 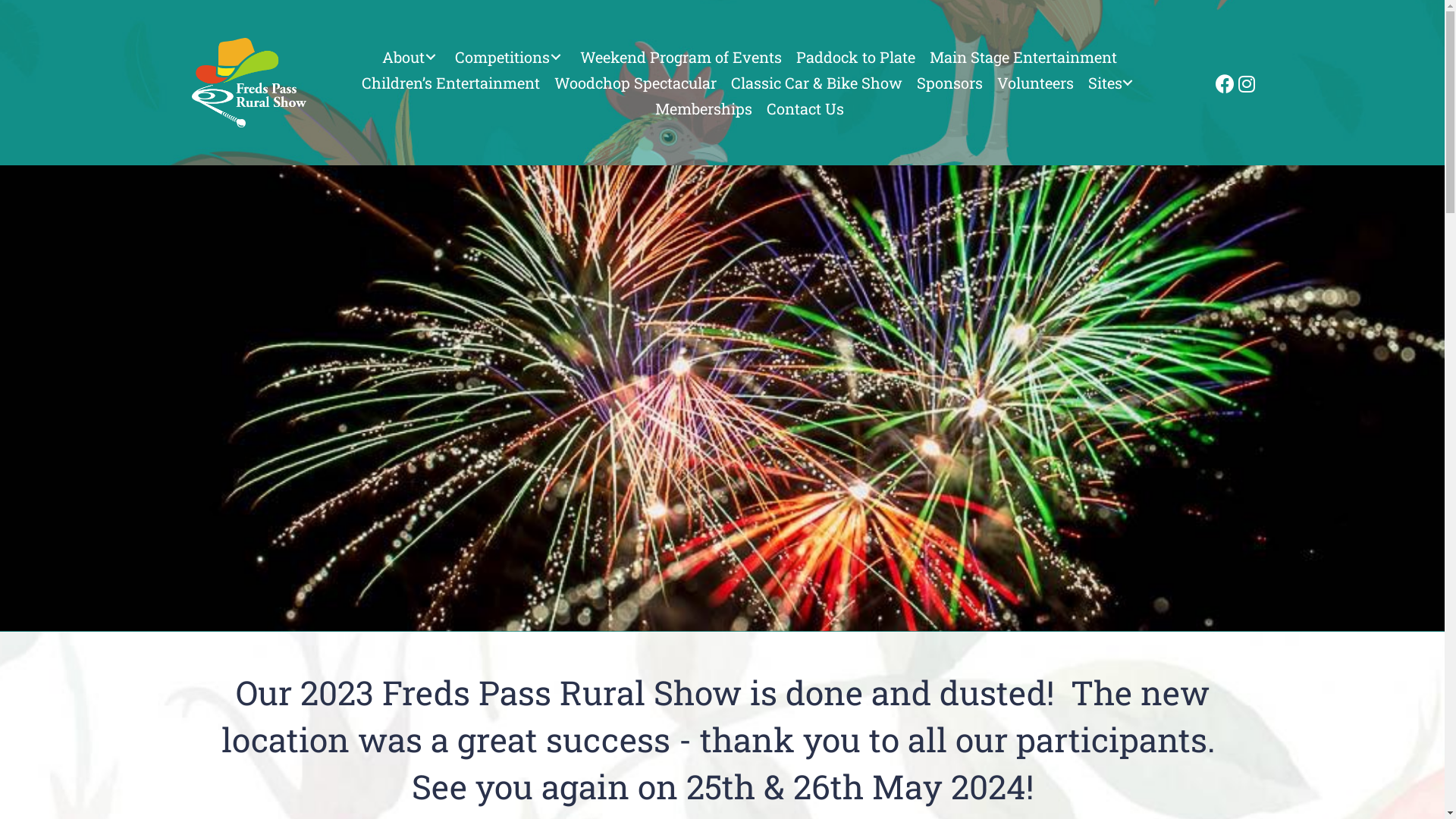 What do you see at coordinates (411, 55) in the screenshot?
I see `'About'` at bounding box center [411, 55].